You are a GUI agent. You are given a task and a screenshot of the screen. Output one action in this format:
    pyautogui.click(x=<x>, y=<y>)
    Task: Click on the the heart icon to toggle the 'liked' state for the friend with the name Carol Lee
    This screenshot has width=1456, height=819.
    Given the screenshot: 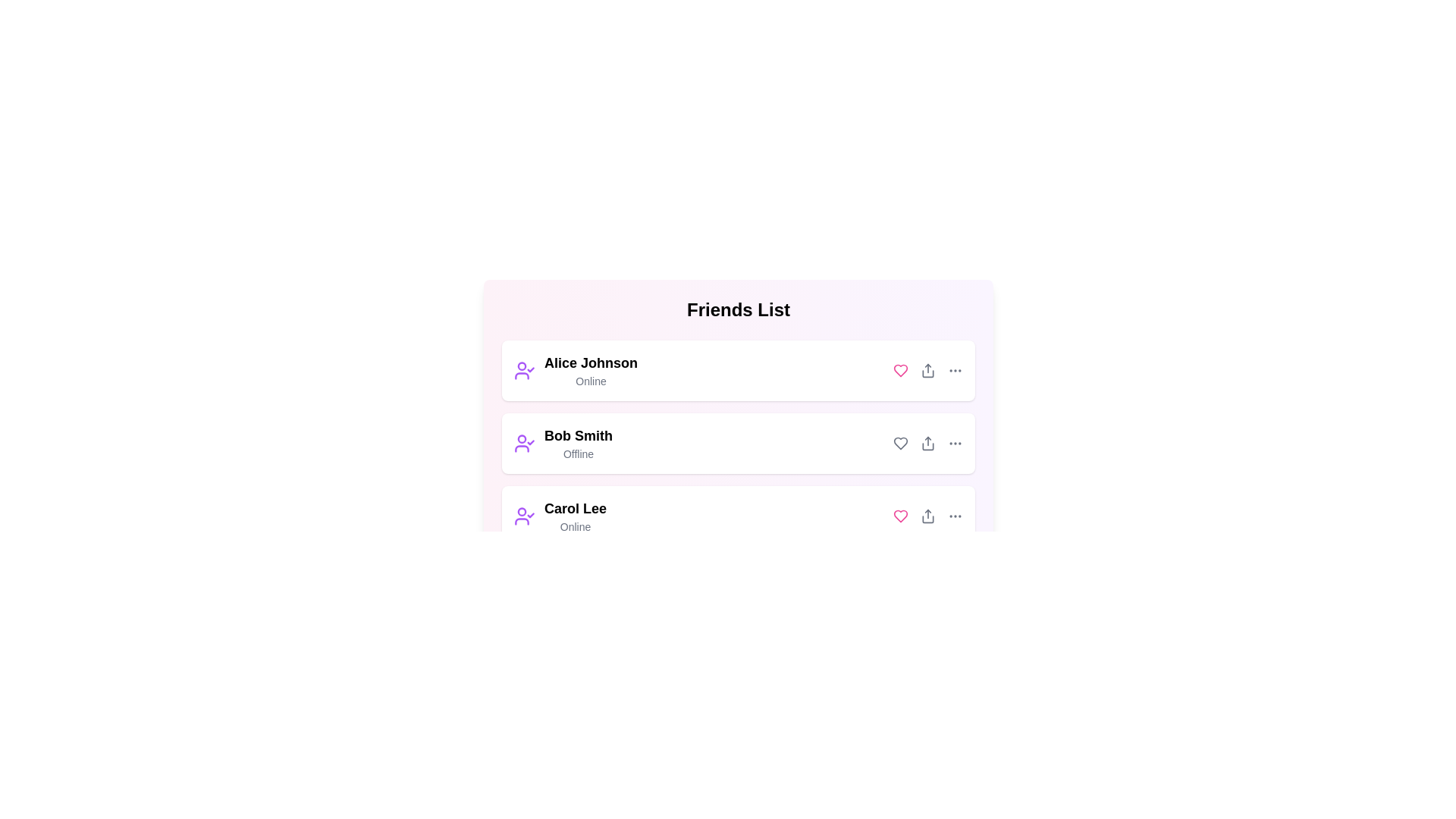 What is the action you would take?
    pyautogui.click(x=901, y=516)
    